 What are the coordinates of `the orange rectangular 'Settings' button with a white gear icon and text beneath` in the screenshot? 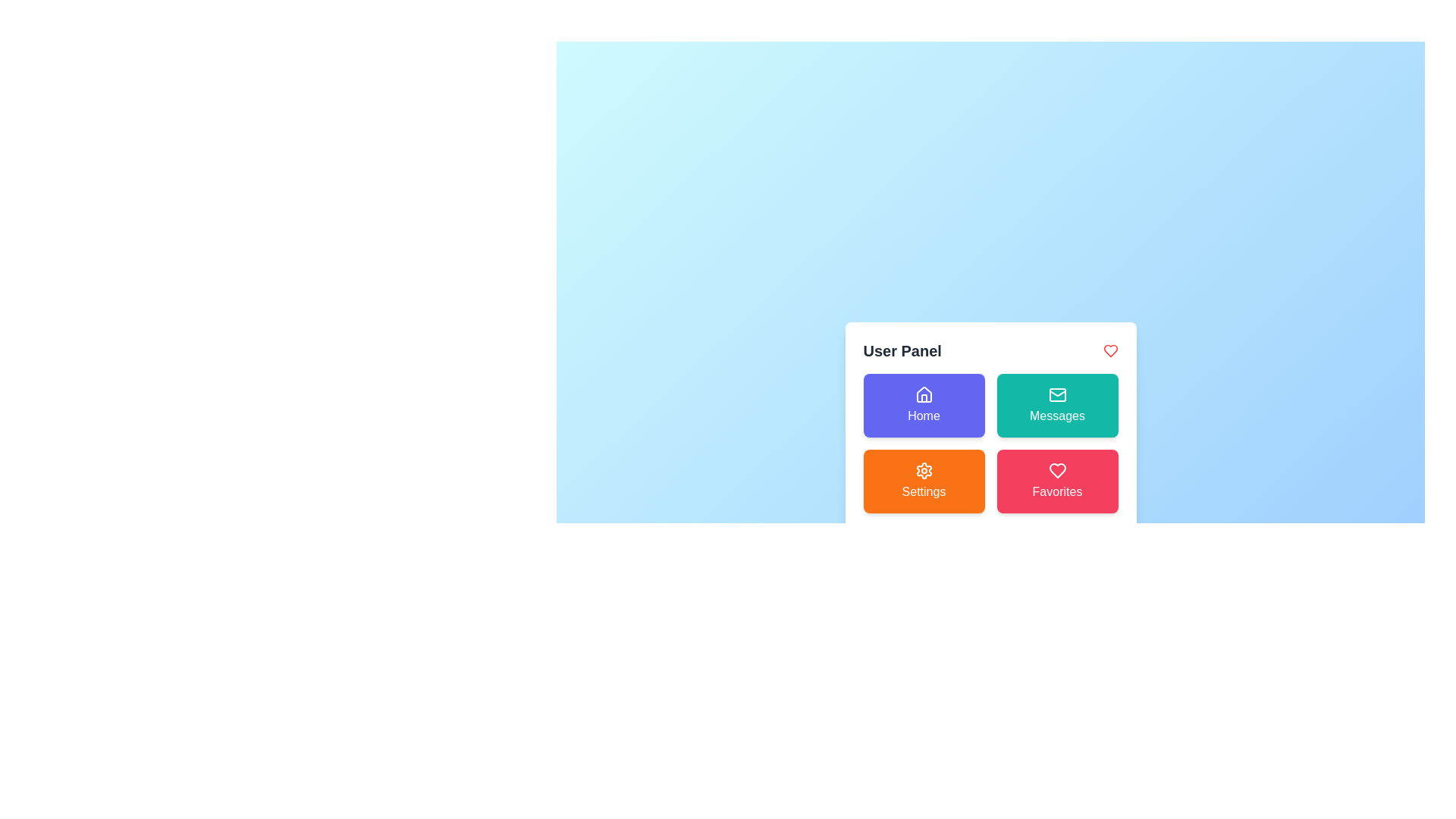 It's located at (923, 482).